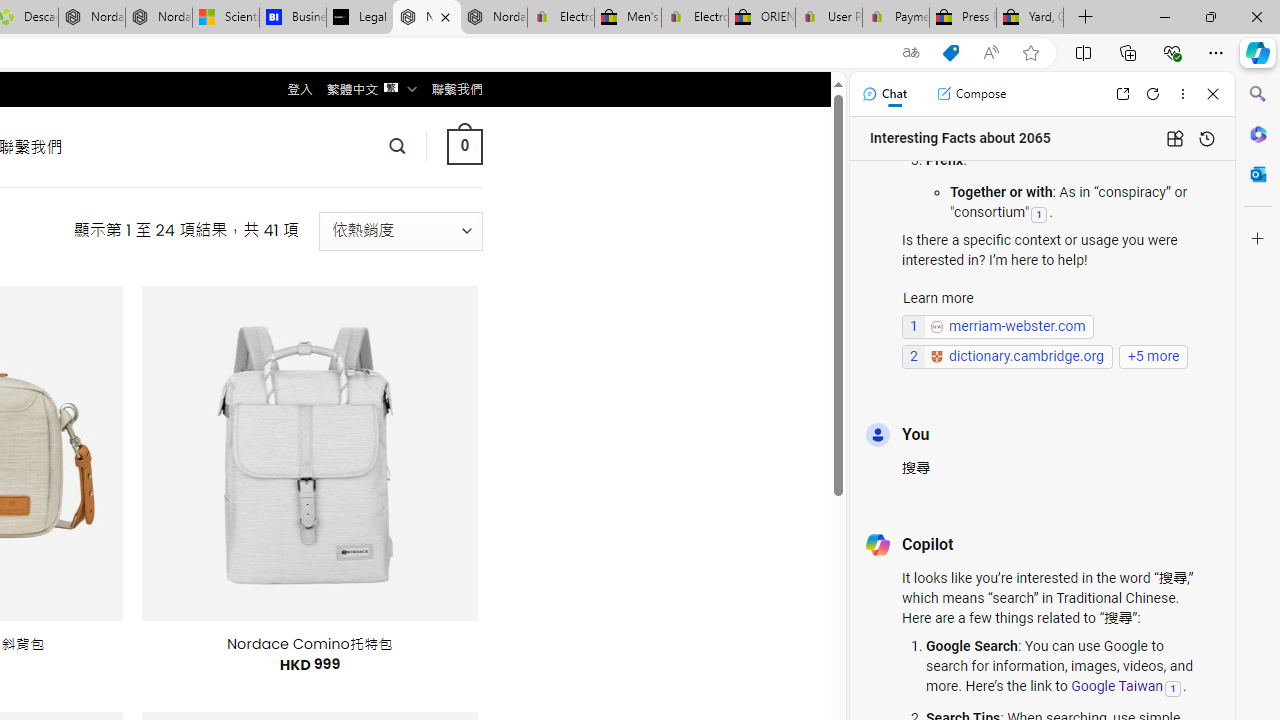 Image resolution: width=1280 pixels, height=720 pixels. What do you see at coordinates (895, 17) in the screenshot?
I see `'Payments Terms of Use | eBay.com'` at bounding box center [895, 17].